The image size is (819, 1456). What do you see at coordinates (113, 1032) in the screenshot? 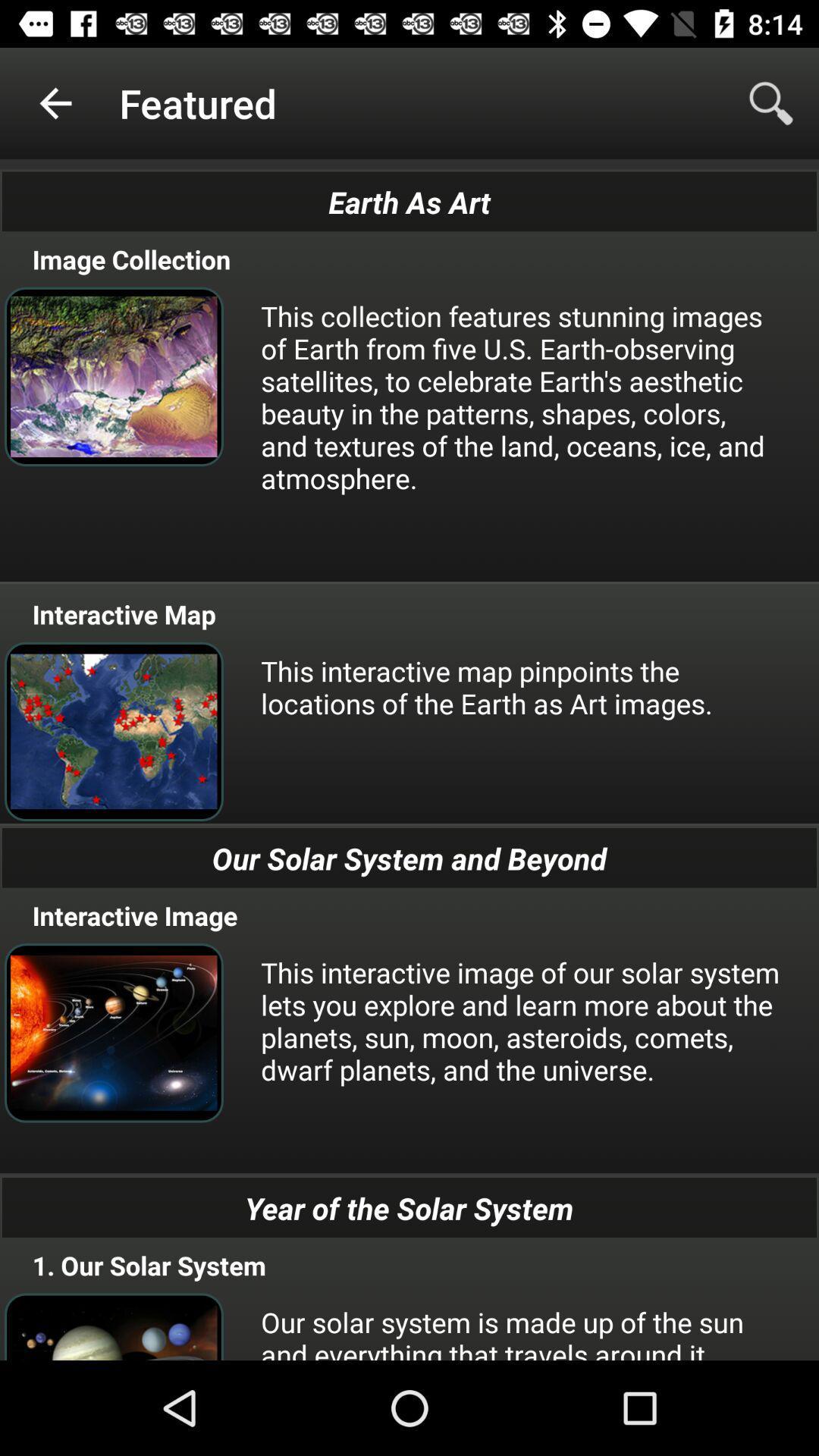
I see `the image below the text called interactive image` at bounding box center [113, 1032].